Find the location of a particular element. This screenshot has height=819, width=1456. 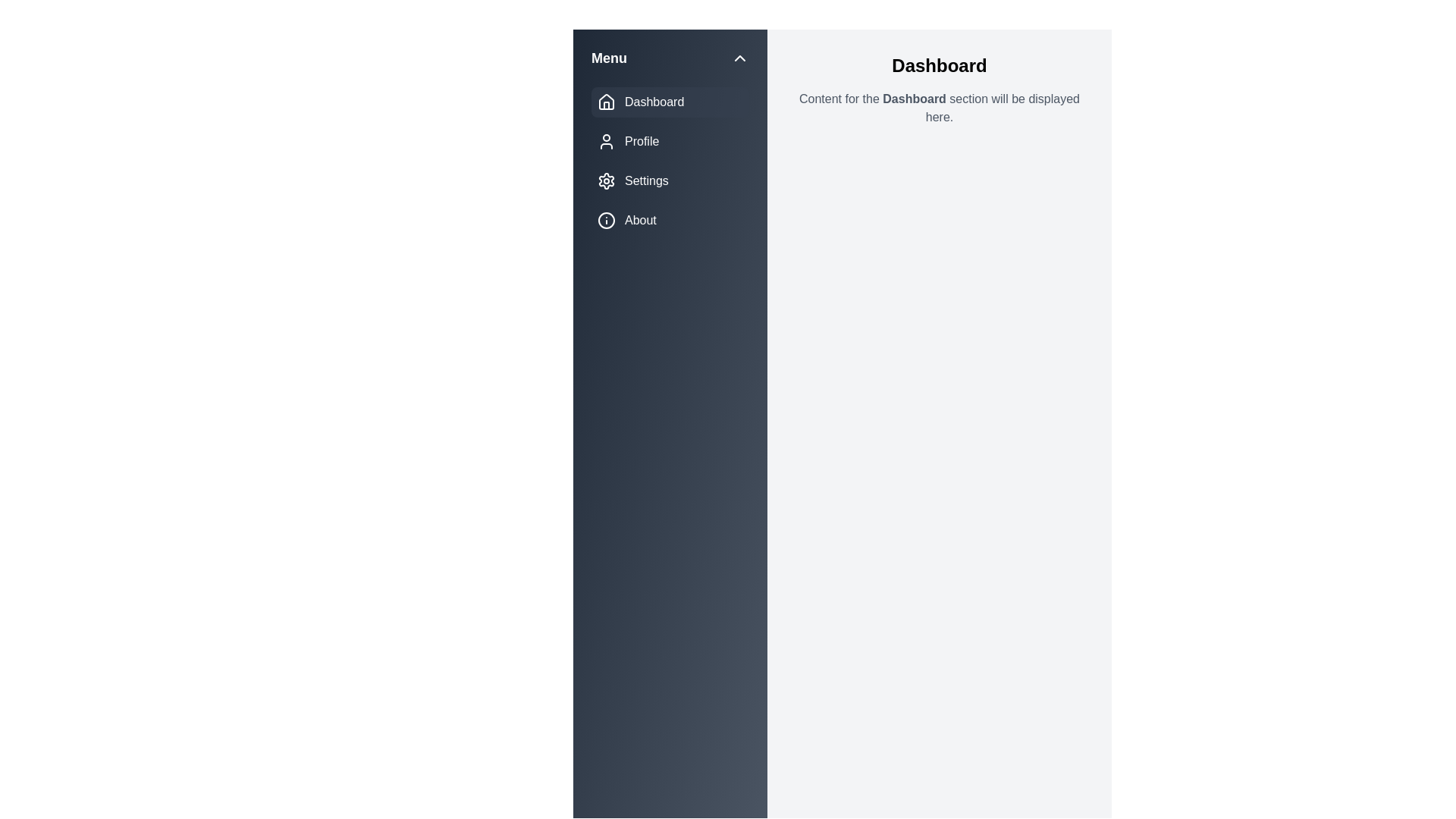

the 'Profile' text label, which is displayed in white on a dark background, located in the vertical navigation menu is located at coordinates (642, 141).